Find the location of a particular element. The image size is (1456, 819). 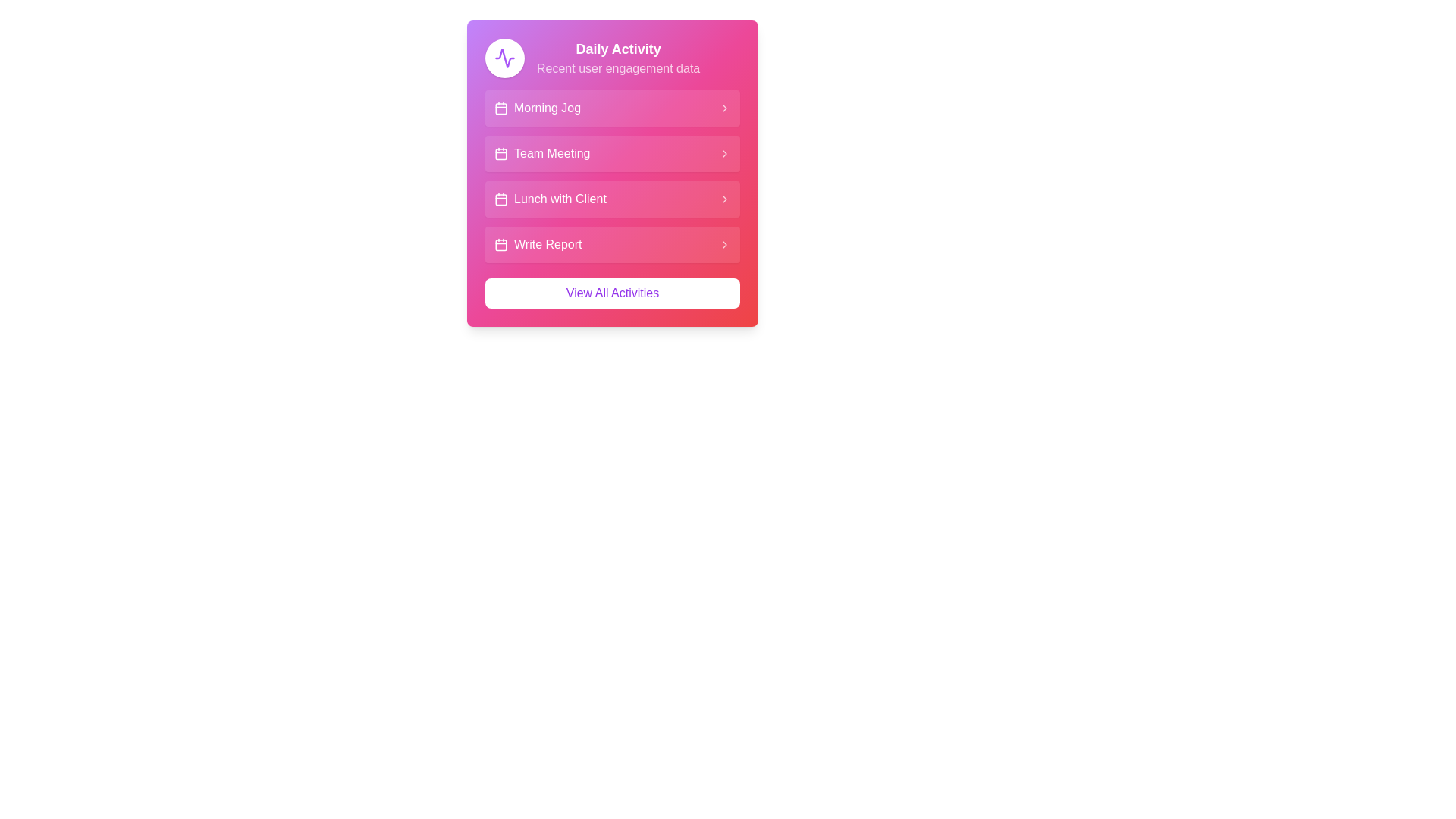

the purple activity graph icon with a white circular background located at the top-left corner of the 'Daily Activity' card is located at coordinates (505, 58).